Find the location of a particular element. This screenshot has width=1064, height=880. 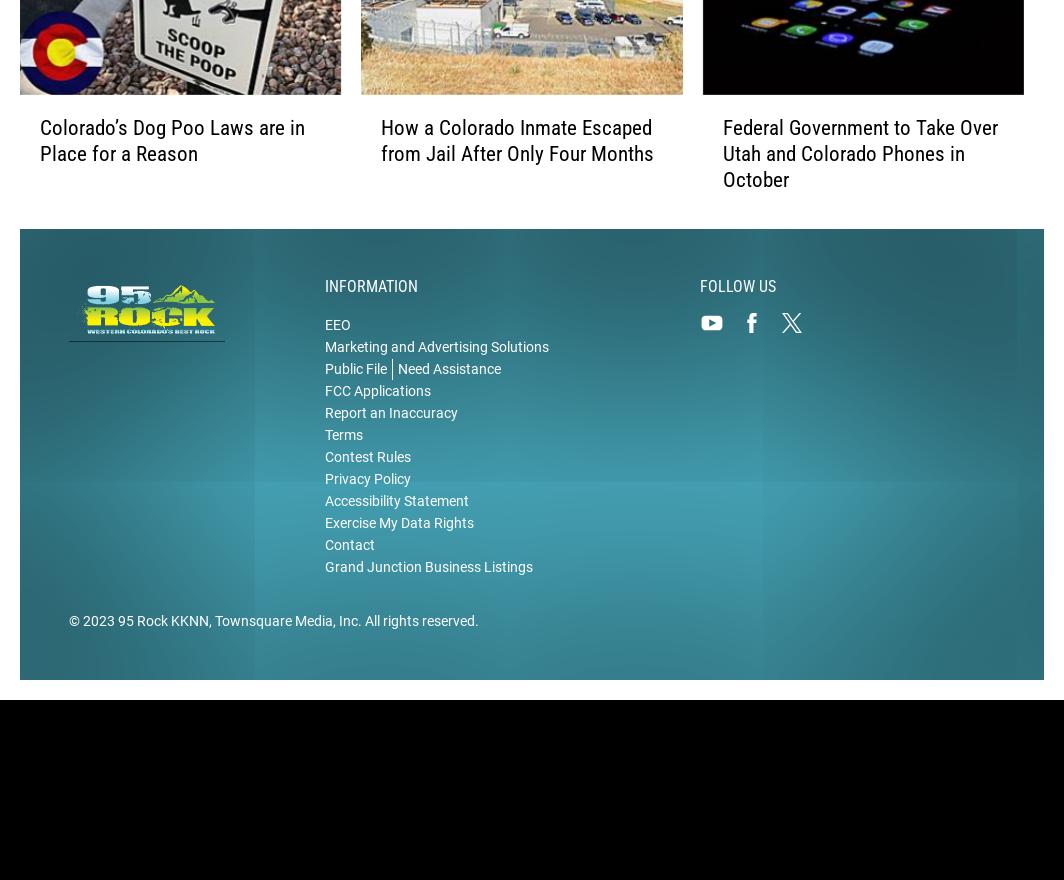

'Federal Government to Take Over Utah and Colorado Phones in October' is located at coordinates (859, 153).